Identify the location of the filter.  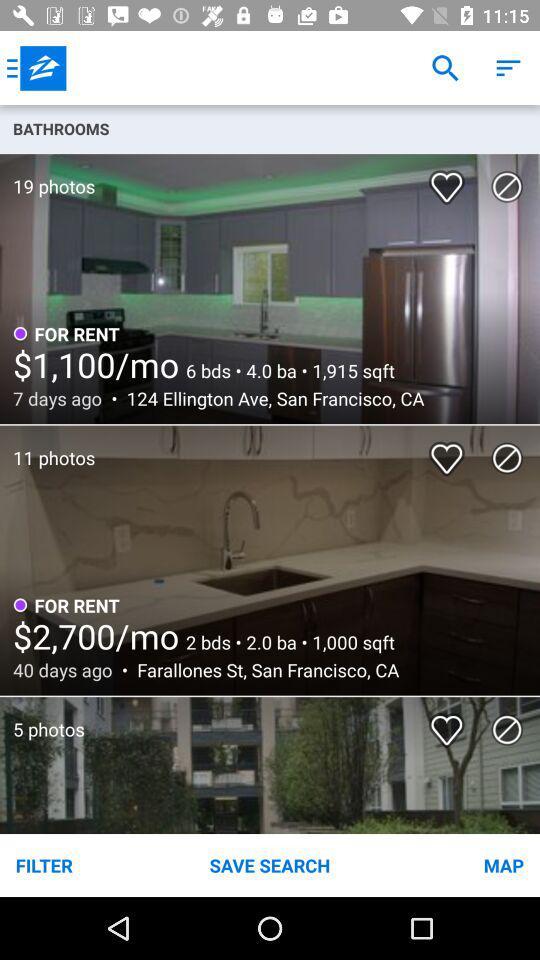
(89, 864).